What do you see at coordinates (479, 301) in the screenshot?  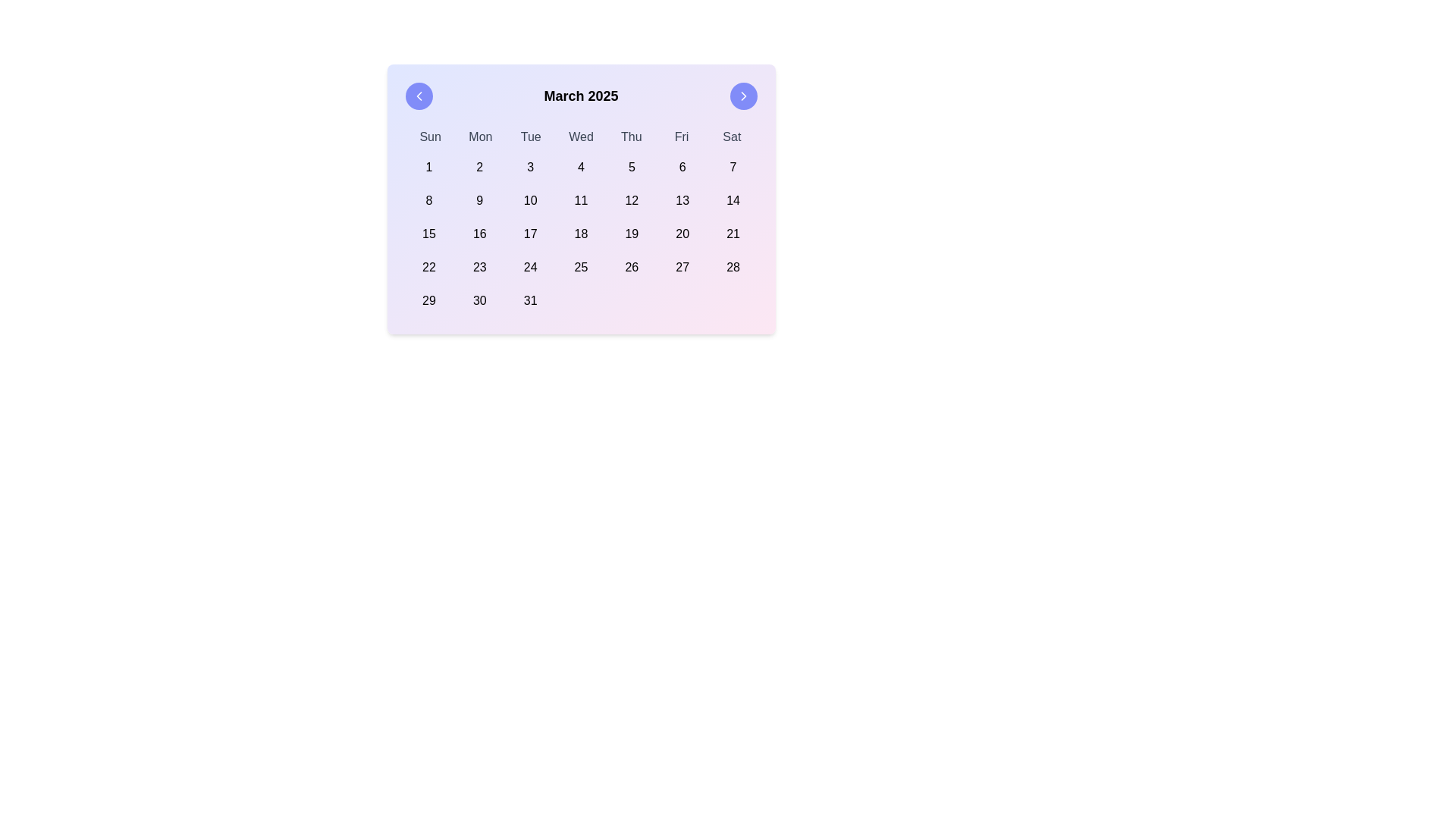 I see `the Calendar date button representing March 30 to trigger the hover effect` at bounding box center [479, 301].